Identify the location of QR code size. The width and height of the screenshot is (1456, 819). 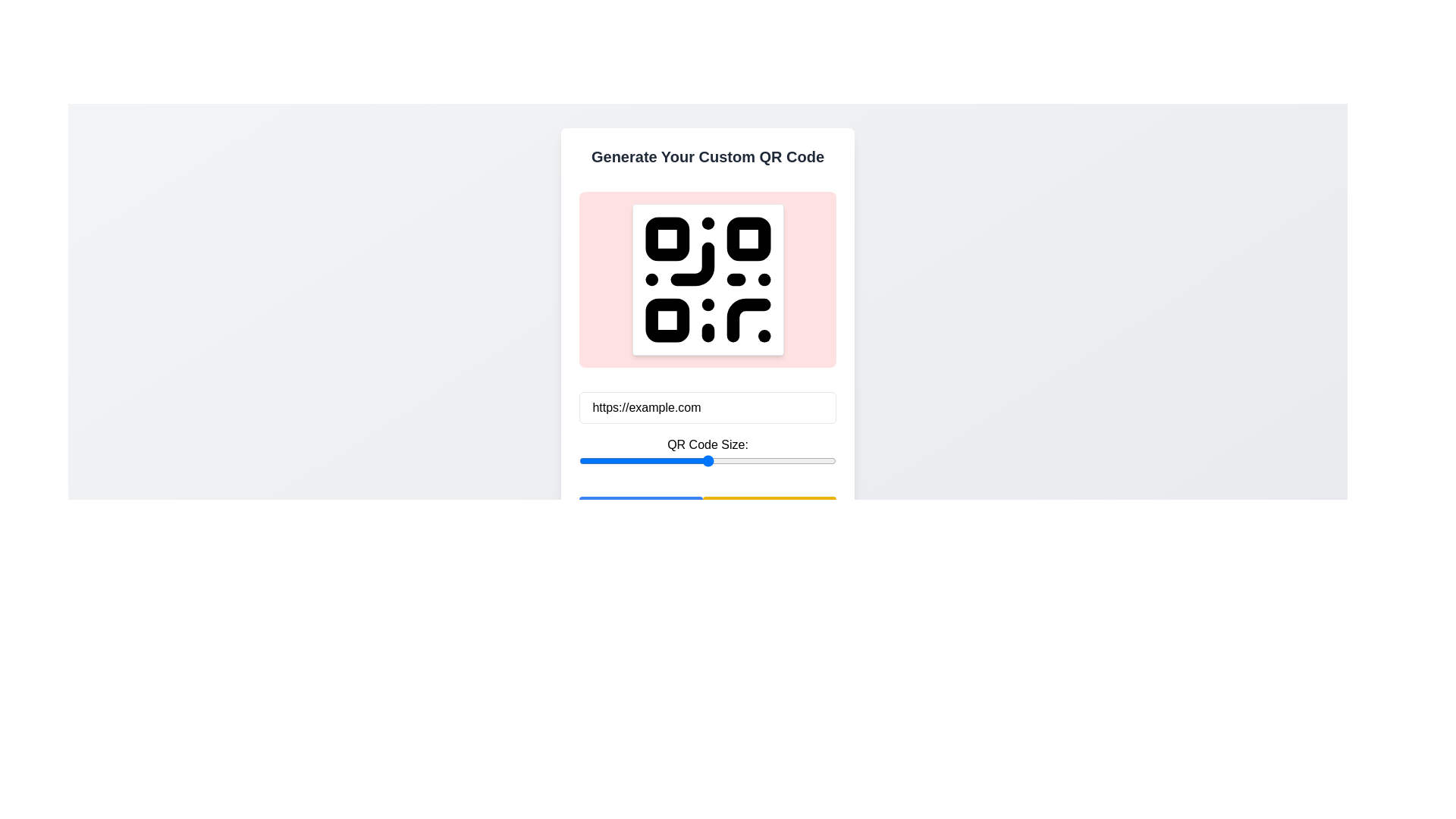
(804, 460).